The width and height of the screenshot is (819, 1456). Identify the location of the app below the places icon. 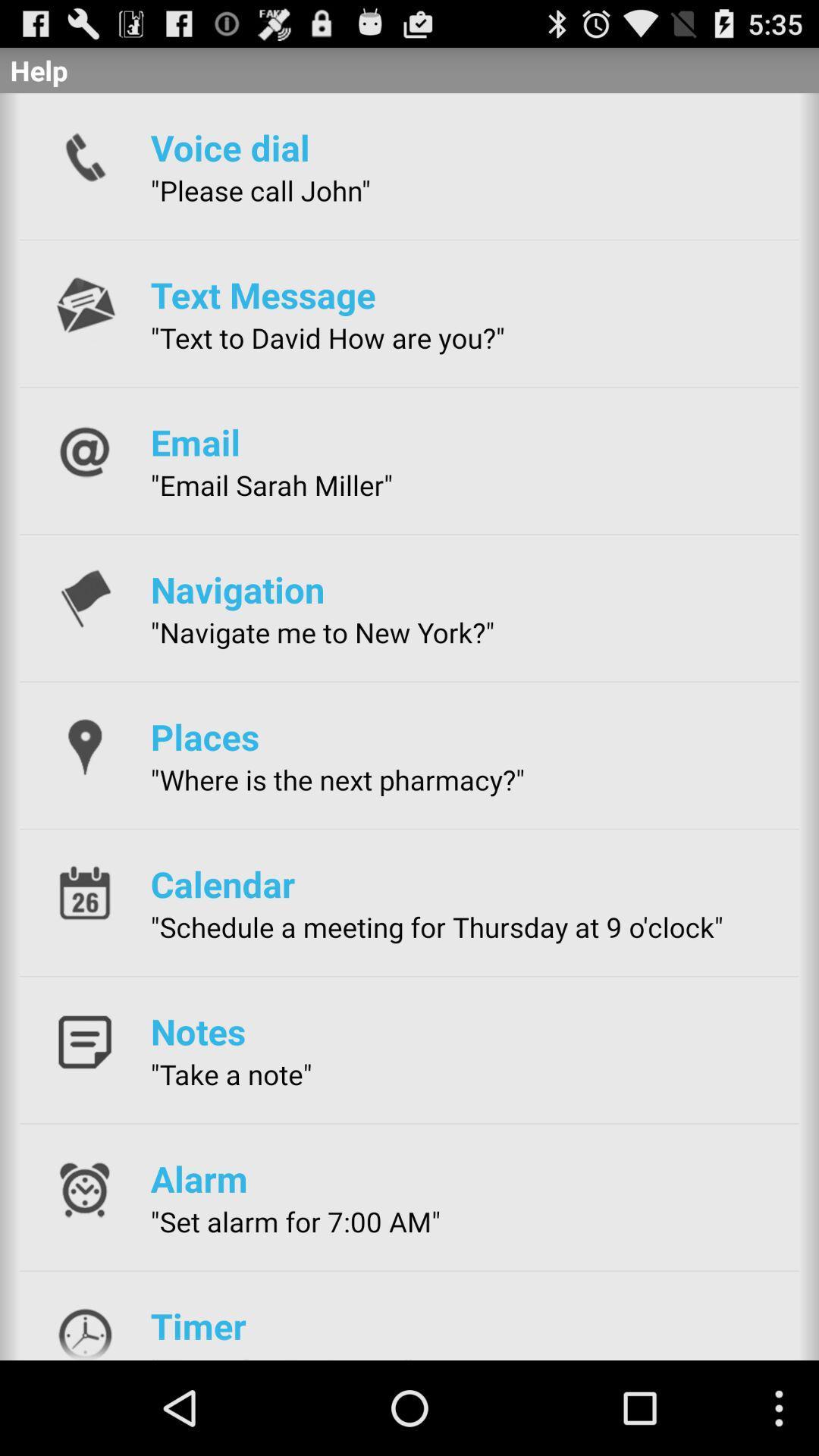
(337, 780).